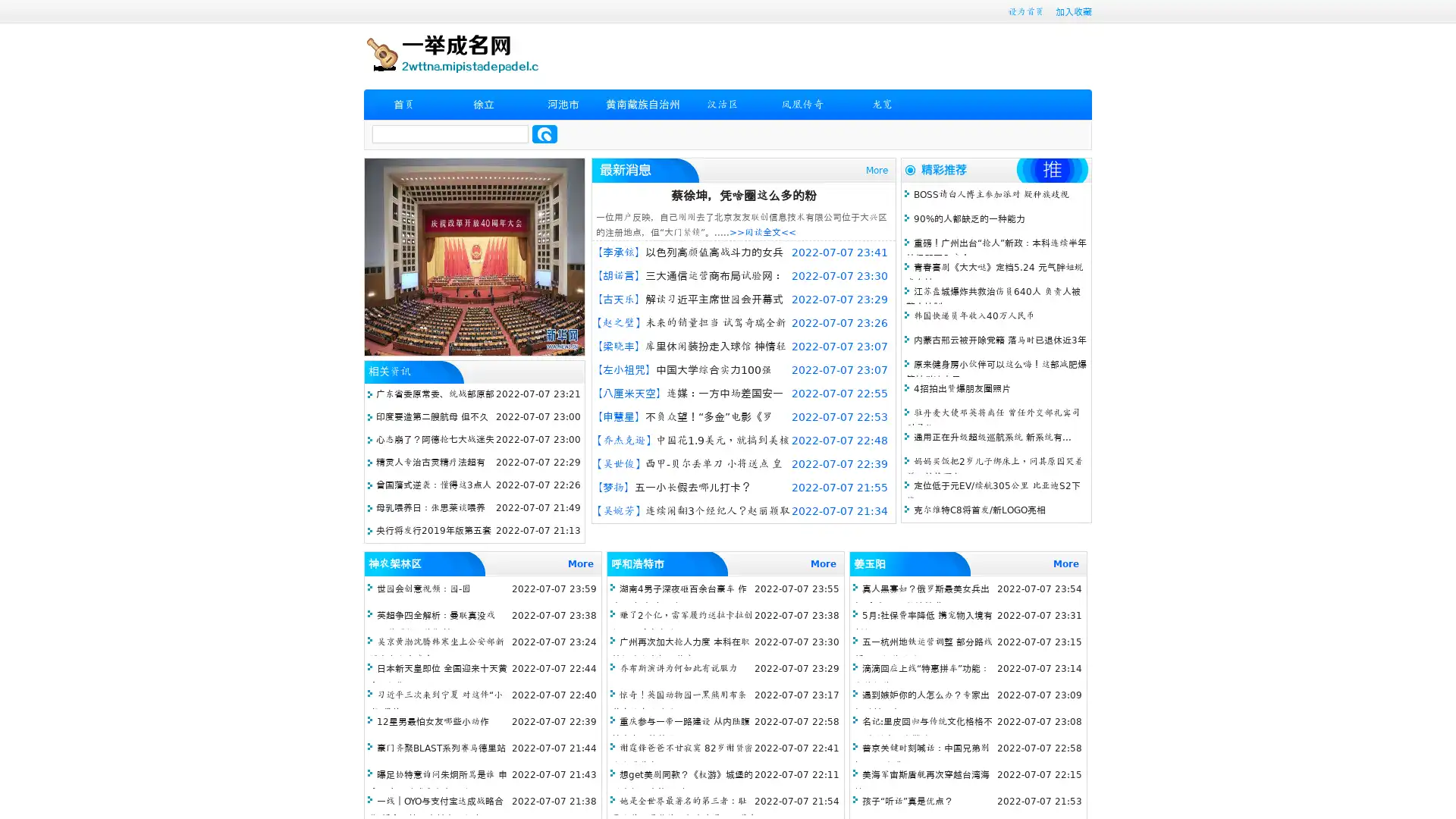 This screenshot has width=1456, height=819. What do you see at coordinates (544, 133) in the screenshot?
I see `Search` at bounding box center [544, 133].